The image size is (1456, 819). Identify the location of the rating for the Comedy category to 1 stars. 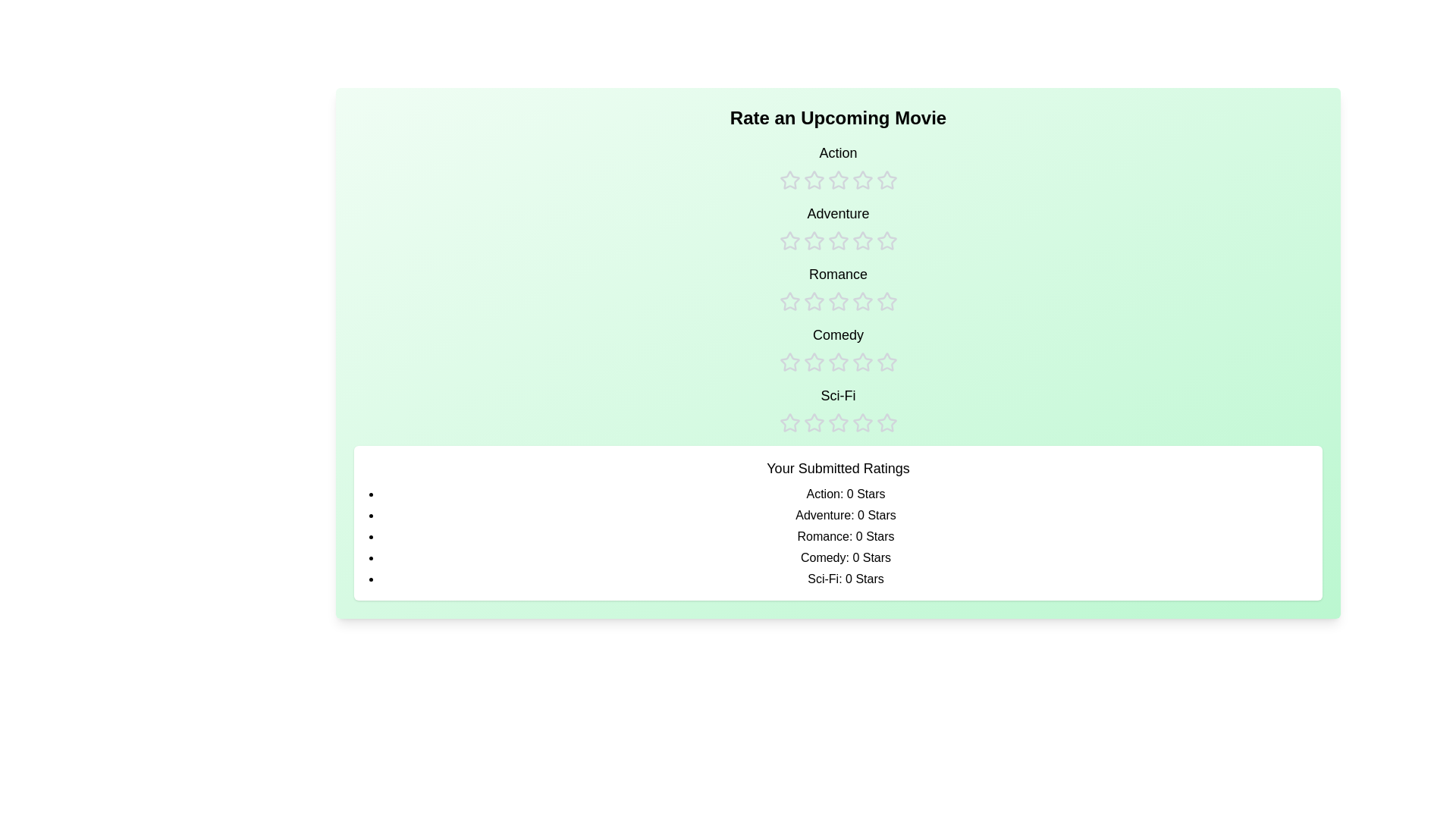
(789, 348).